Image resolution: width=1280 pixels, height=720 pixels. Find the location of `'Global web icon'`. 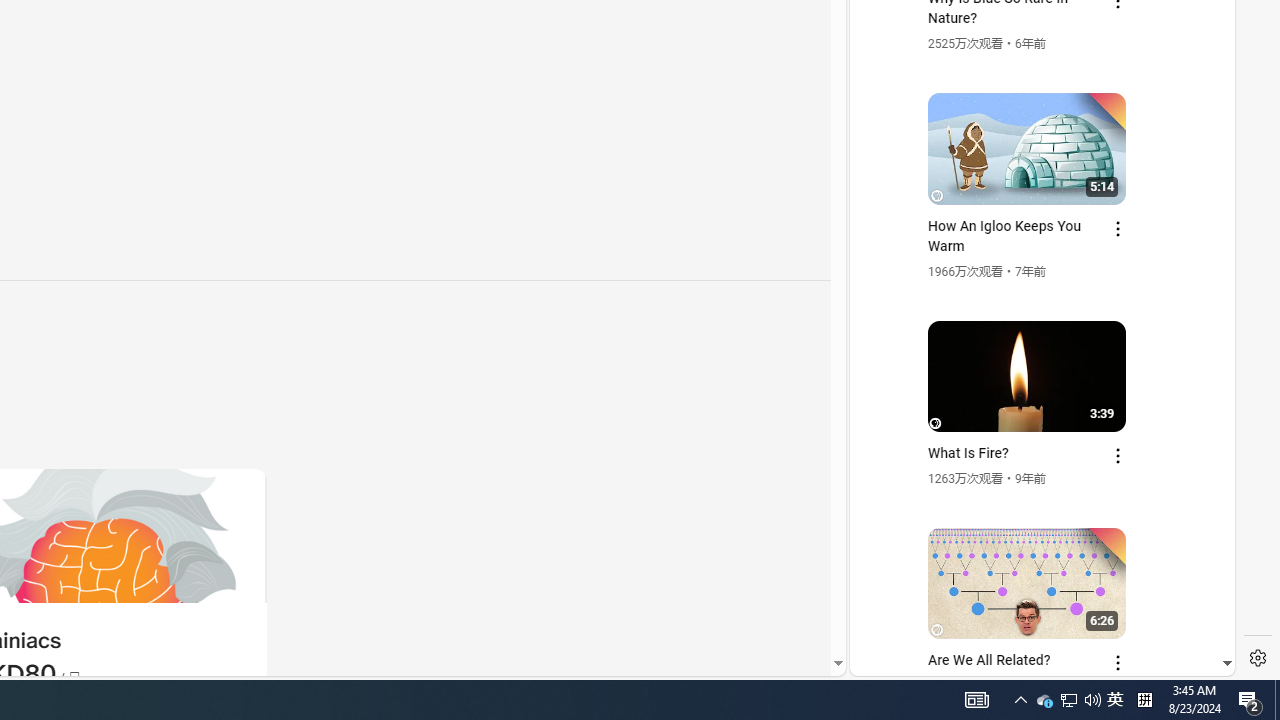

'Global web icon' is located at coordinates (887, 431).